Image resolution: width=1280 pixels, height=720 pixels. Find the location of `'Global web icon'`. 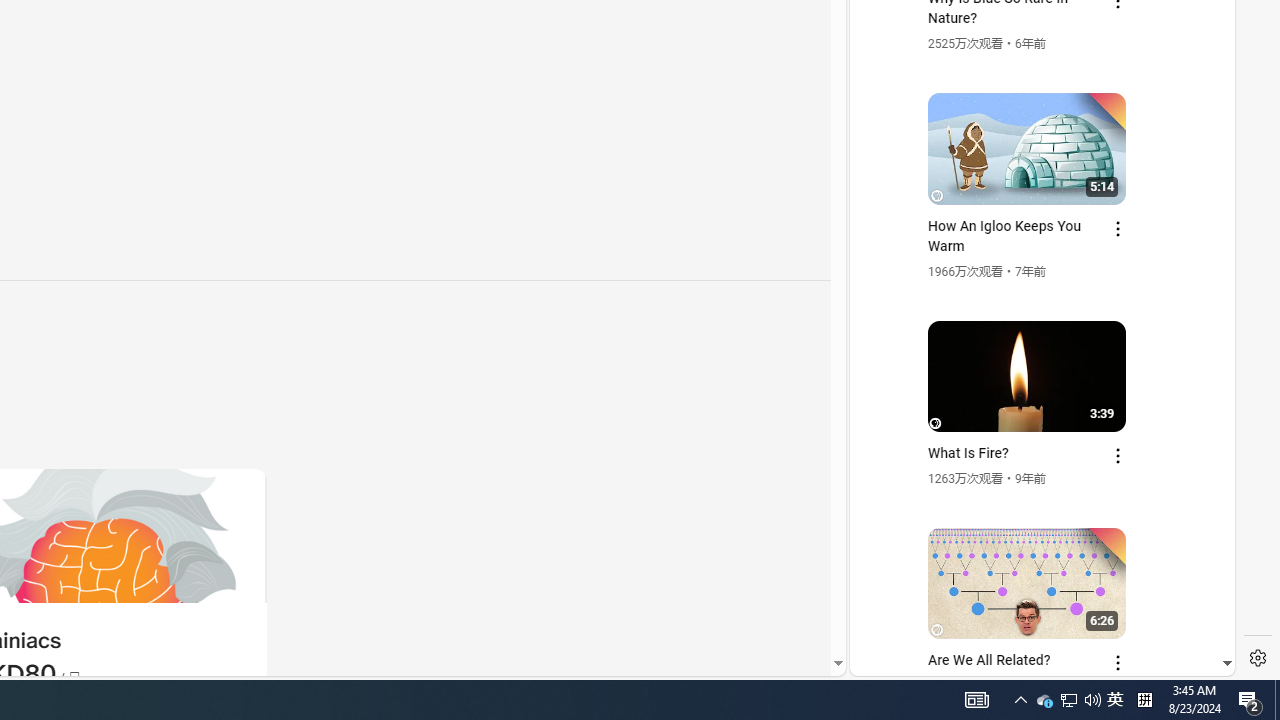

'Global web icon' is located at coordinates (887, 431).